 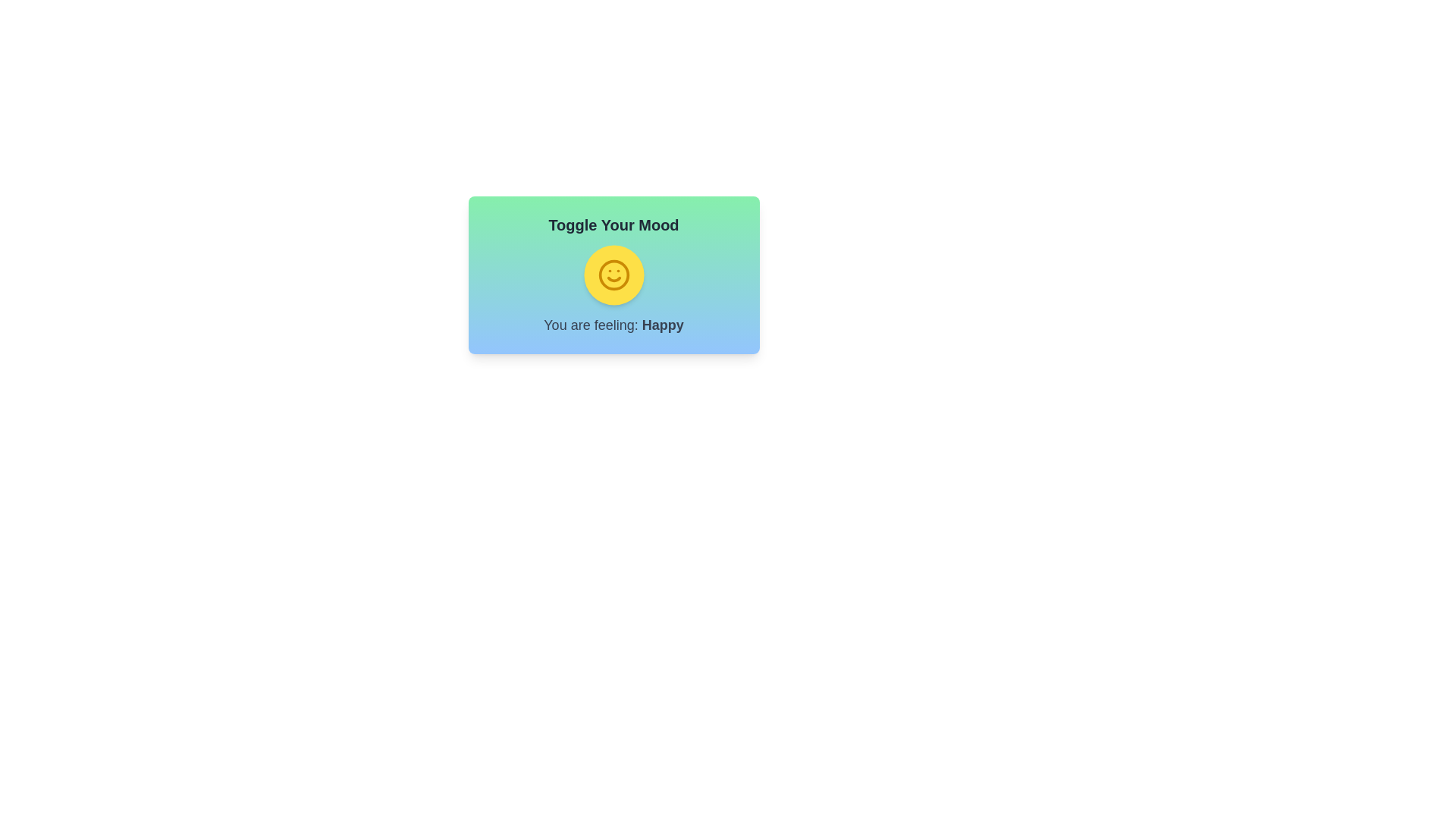 What do you see at coordinates (613, 275) in the screenshot?
I see `mood toggle button to switch its state` at bounding box center [613, 275].